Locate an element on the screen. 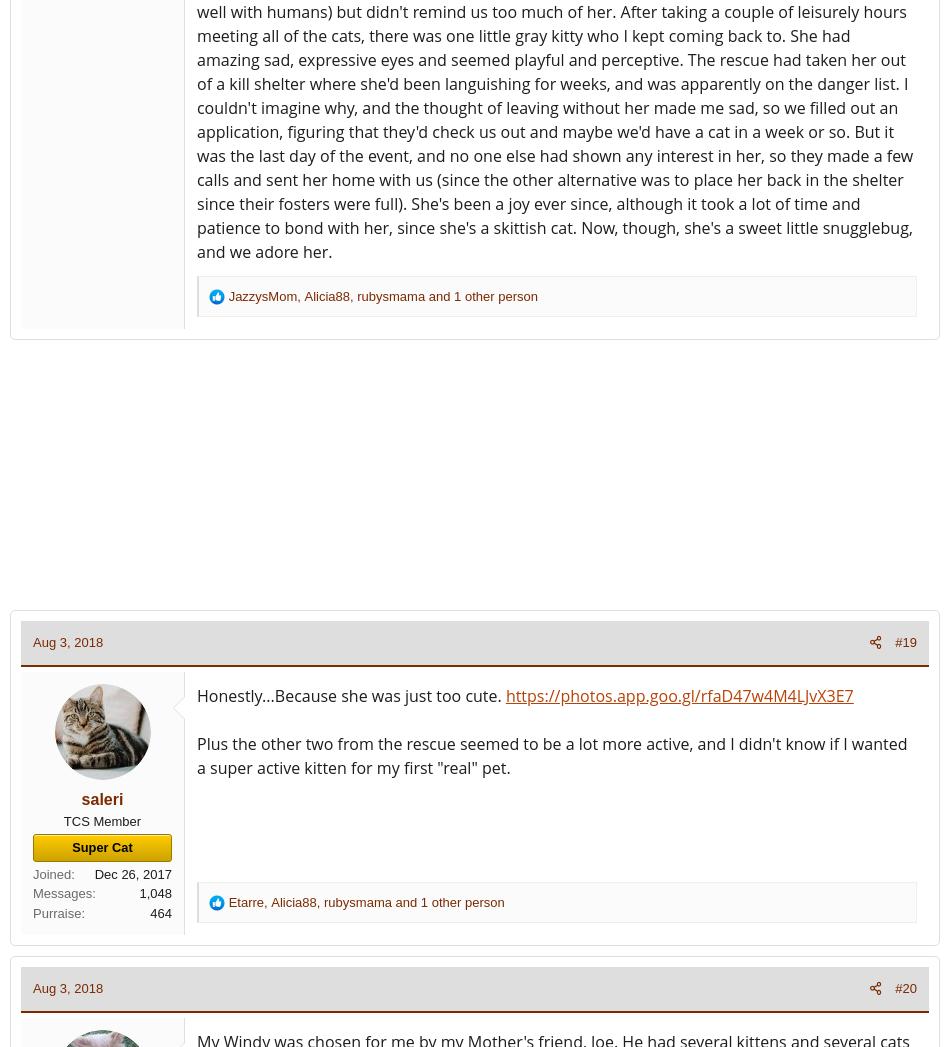 The height and width of the screenshot is (1047, 950). 'Purraise' is located at coordinates (57, 912).